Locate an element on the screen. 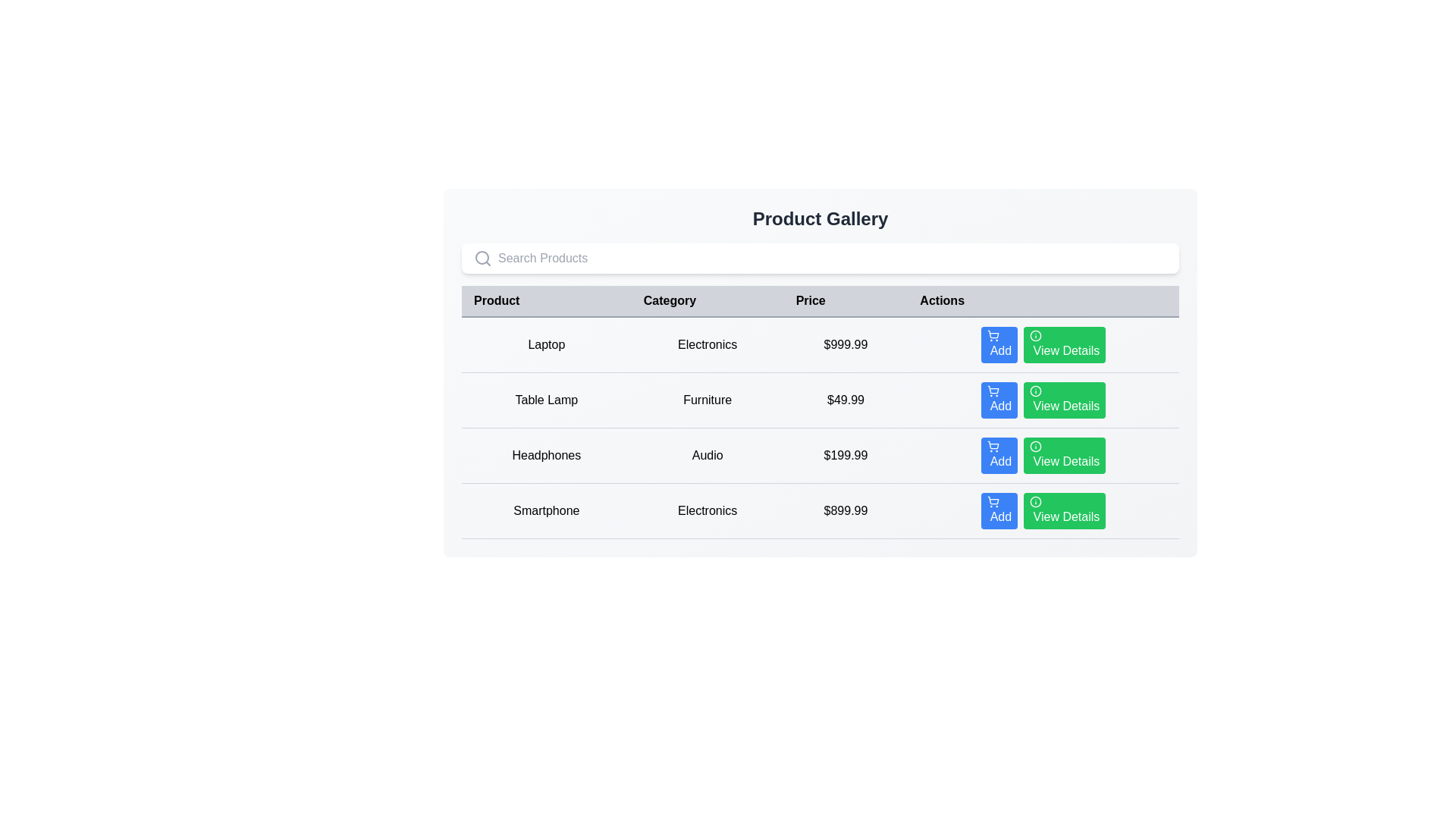 The width and height of the screenshot is (1456, 819). the SVG circle element, which is part of the 'info' icon in the 'Actions' column of the first row is located at coordinates (1035, 335).